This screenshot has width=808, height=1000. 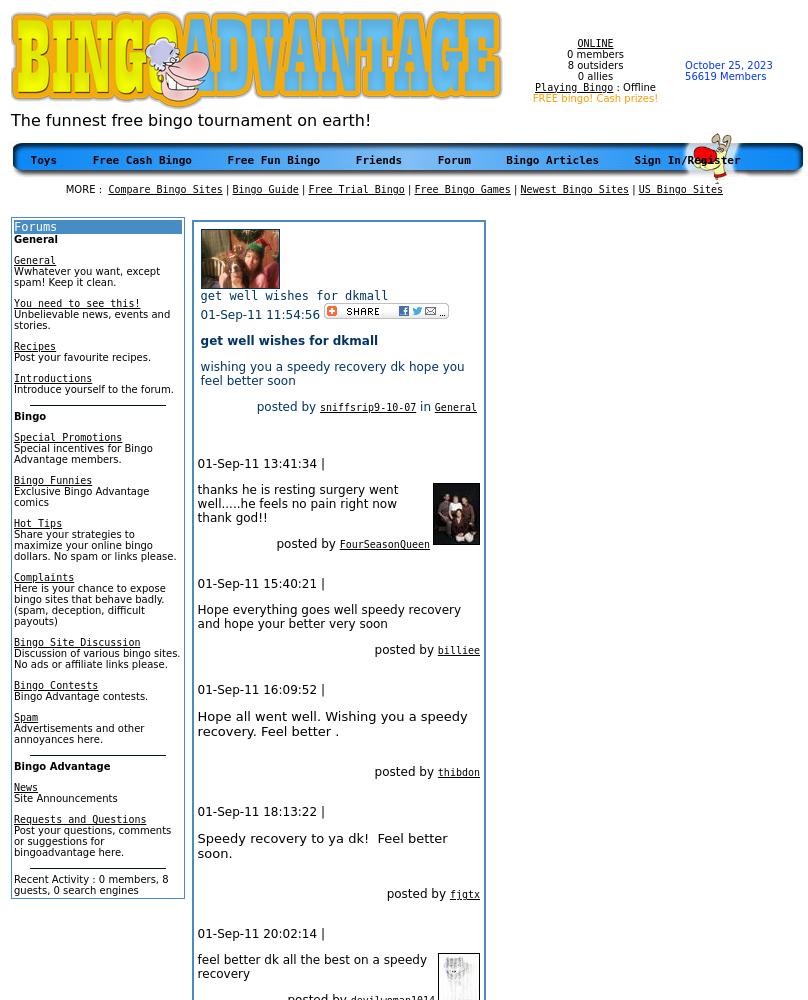 What do you see at coordinates (34, 345) in the screenshot?
I see `'Recipes'` at bounding box center [34, 345].